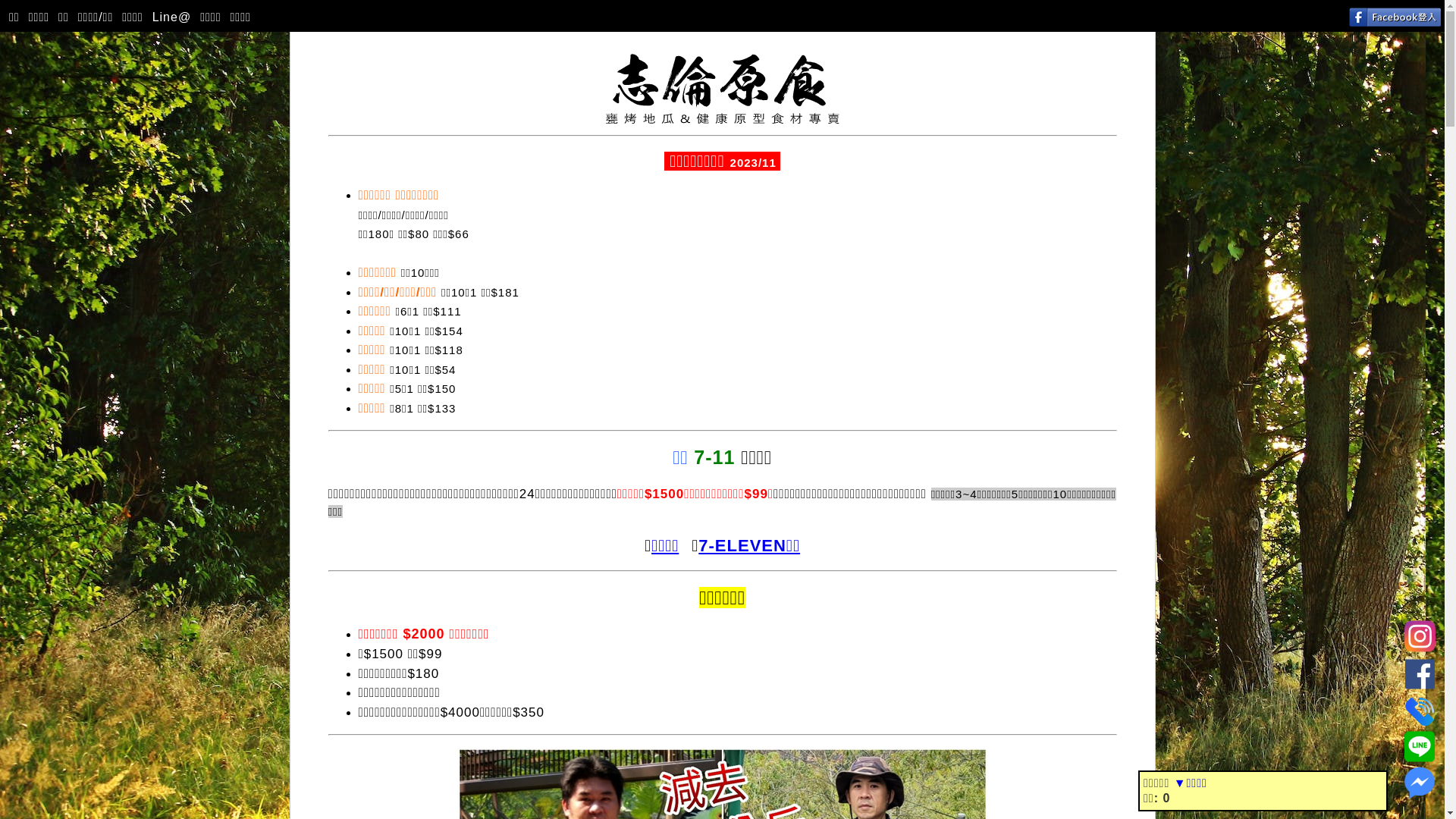 The height and width of the screenshot is (819, 1456). Describe the element at coordinates (1404, 742) in the screenshot. I see `'LINE@'` at that location.